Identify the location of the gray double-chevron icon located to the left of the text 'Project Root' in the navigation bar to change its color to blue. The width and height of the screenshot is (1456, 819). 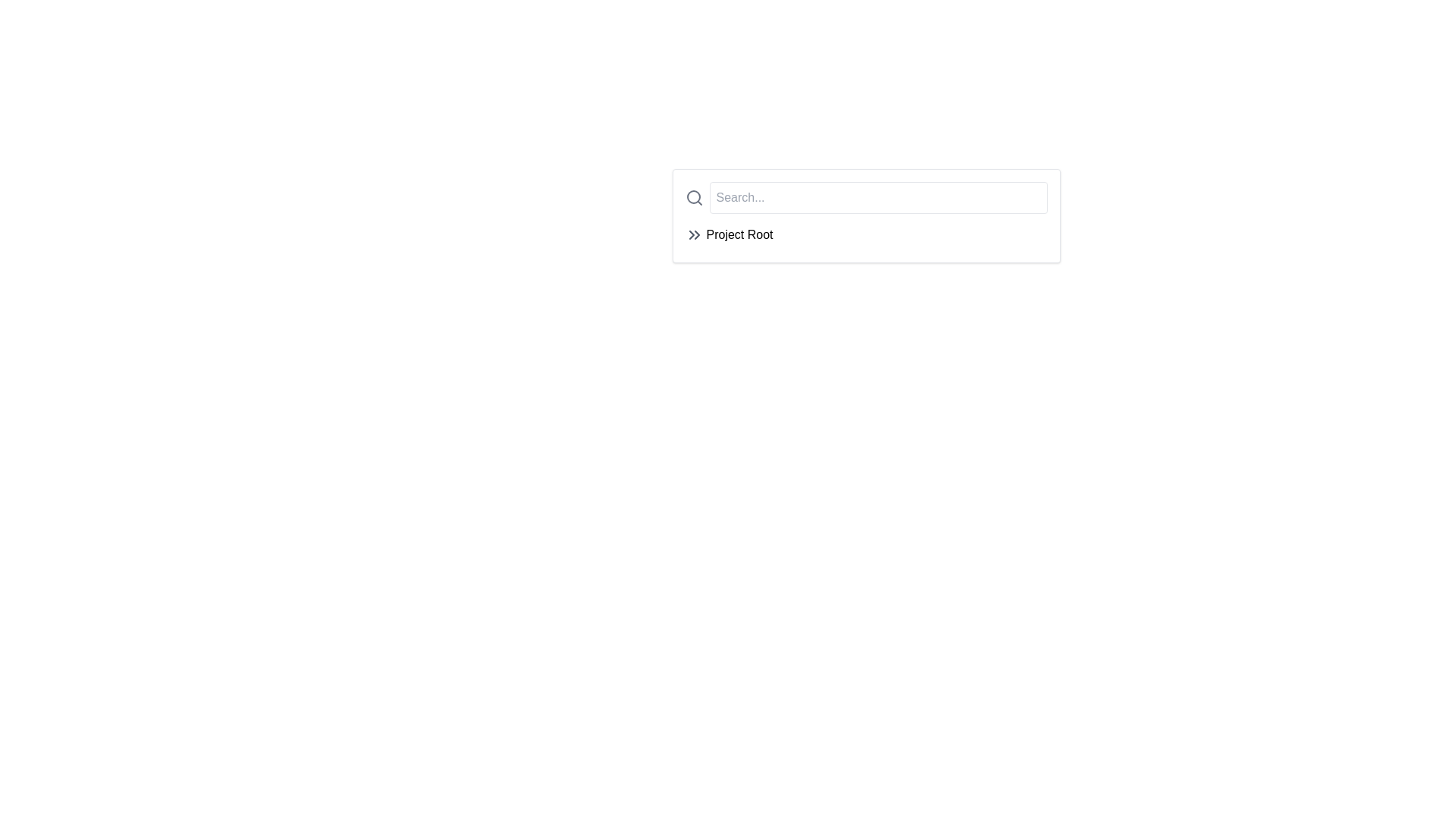
(693, 234).